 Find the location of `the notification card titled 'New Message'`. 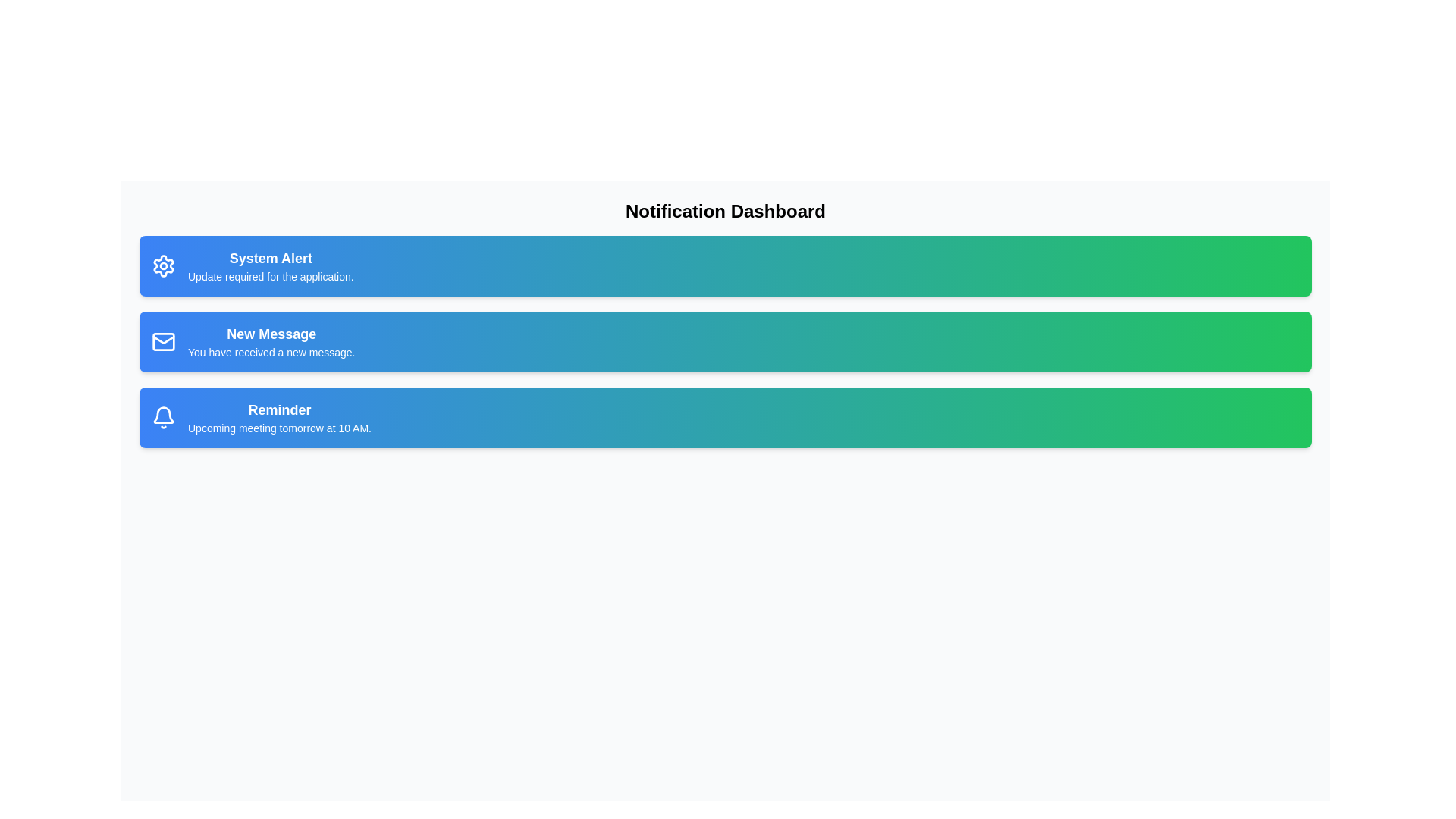

the notification card titled 'New Message' is located at coordinates (724, 342).